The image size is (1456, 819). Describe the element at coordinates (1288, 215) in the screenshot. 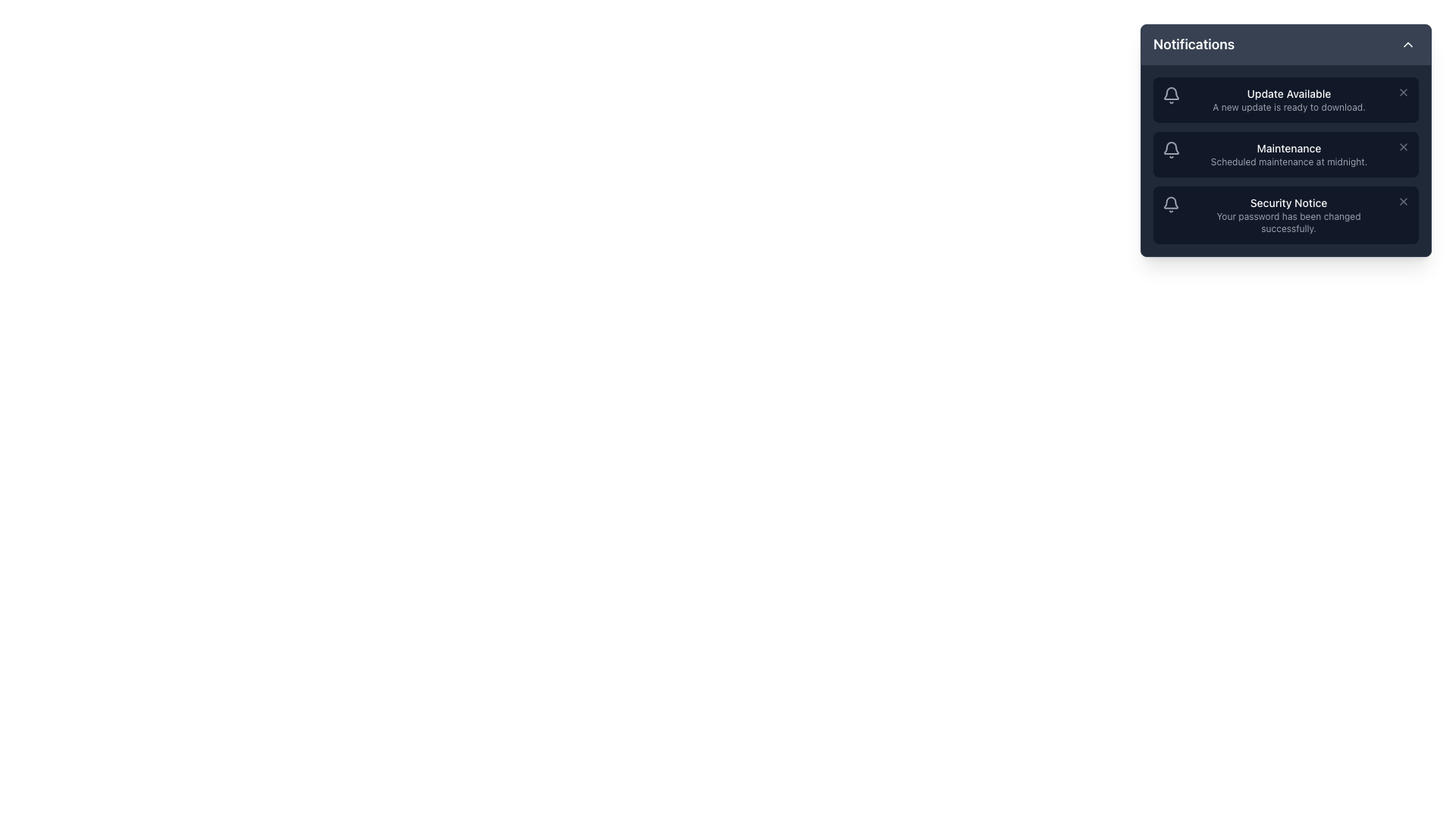

I see `information displayed in the Notification Item that informs the user about the successful password change, located in the notification panel as the third entry` at that location.